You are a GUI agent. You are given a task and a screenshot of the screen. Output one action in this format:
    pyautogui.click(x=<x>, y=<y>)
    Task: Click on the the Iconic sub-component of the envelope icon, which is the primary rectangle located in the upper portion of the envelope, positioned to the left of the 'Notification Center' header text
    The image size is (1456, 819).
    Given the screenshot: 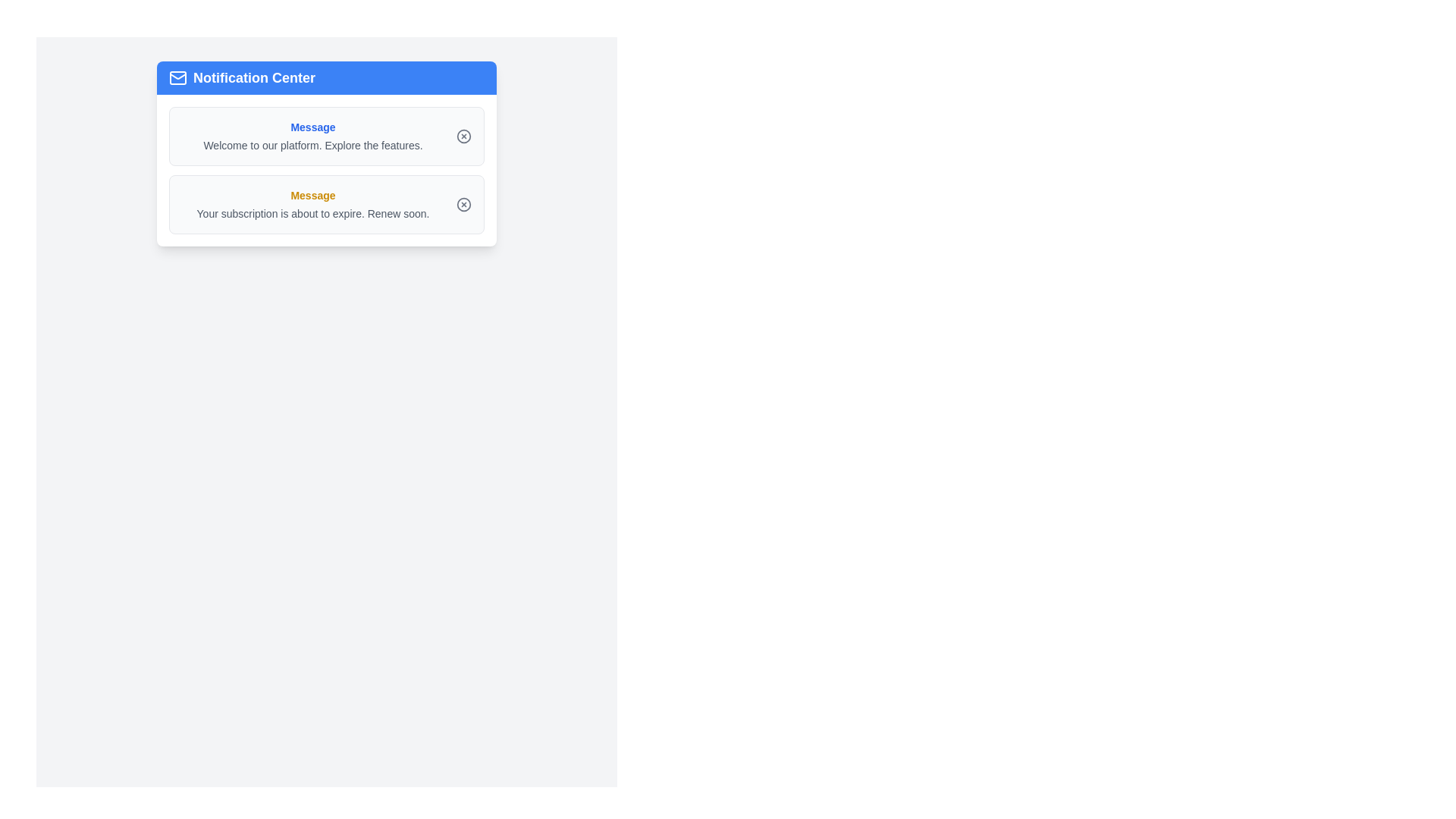 What is the action you would take?
    pyautogui.click(x=178, y=78)
    